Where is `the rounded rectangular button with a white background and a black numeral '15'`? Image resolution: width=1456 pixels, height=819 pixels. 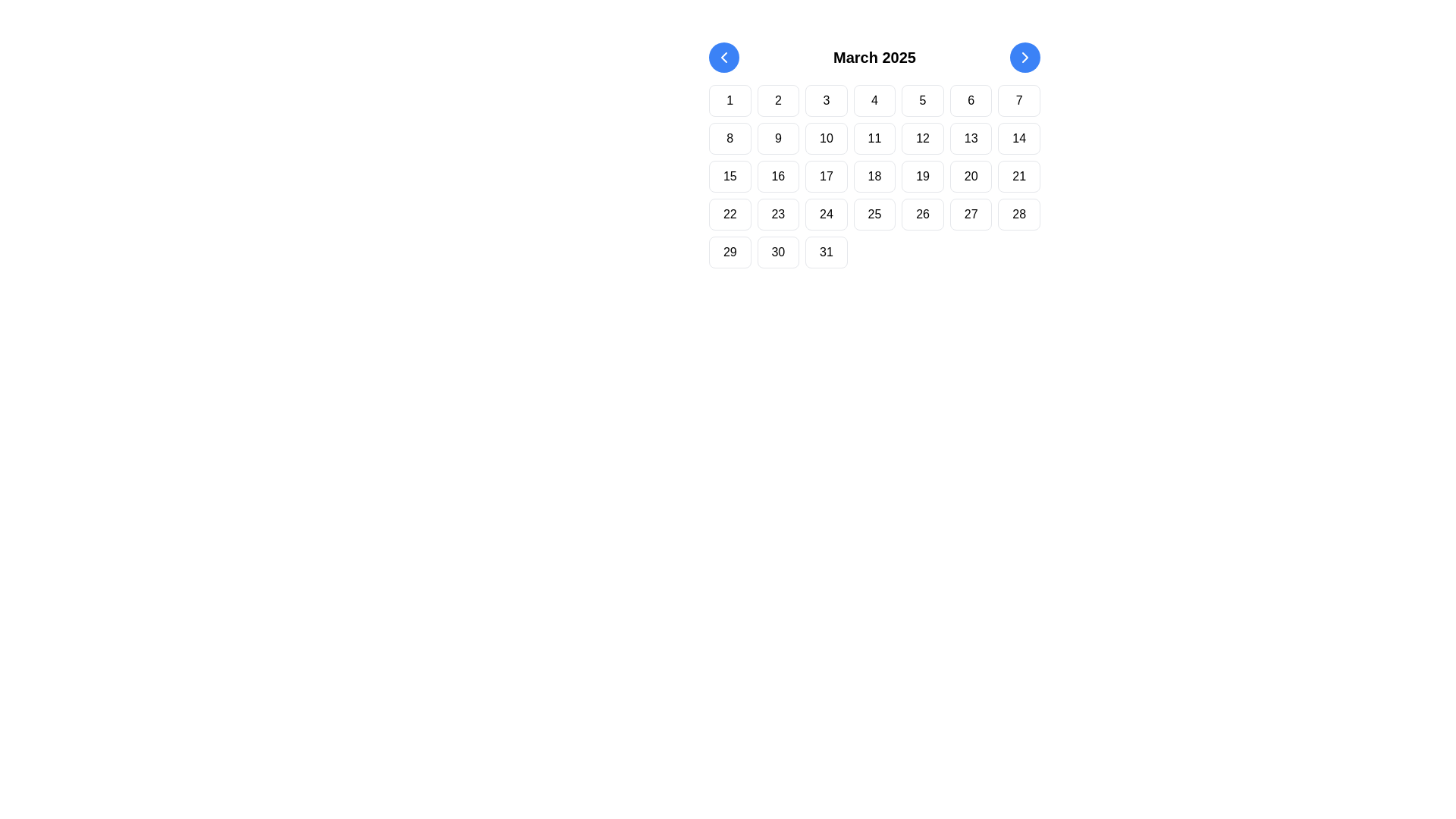
the rounded rectangular button with a white background and a black numeral '15' is located at coordinates (730, 175).